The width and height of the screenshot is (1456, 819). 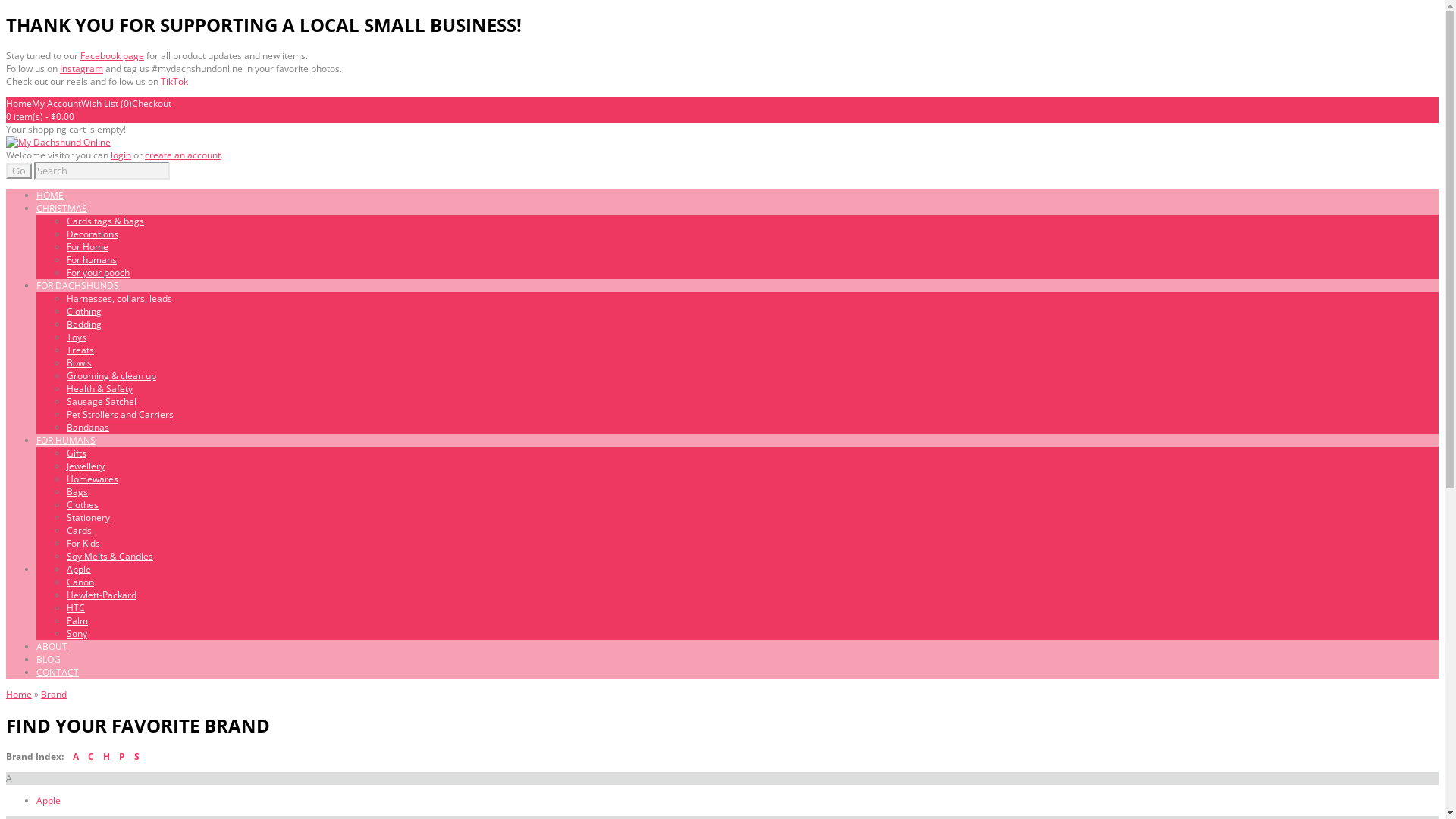 What do you see at coordinates (56, 102) in the screenshot?
I see `'My Account'` at bounding box center [56, 102].